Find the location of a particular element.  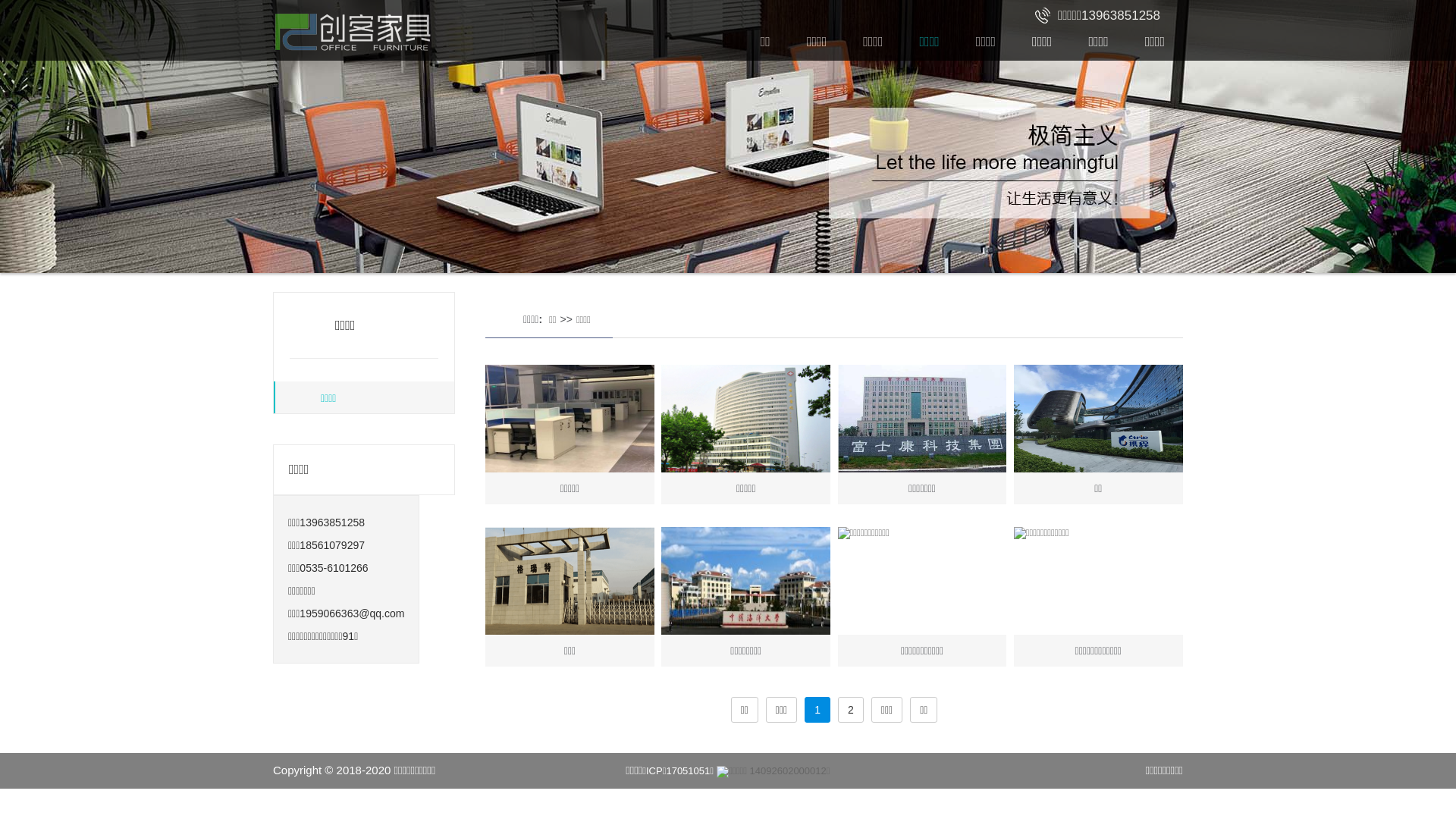

'2' is located at coordinates (836, 710).